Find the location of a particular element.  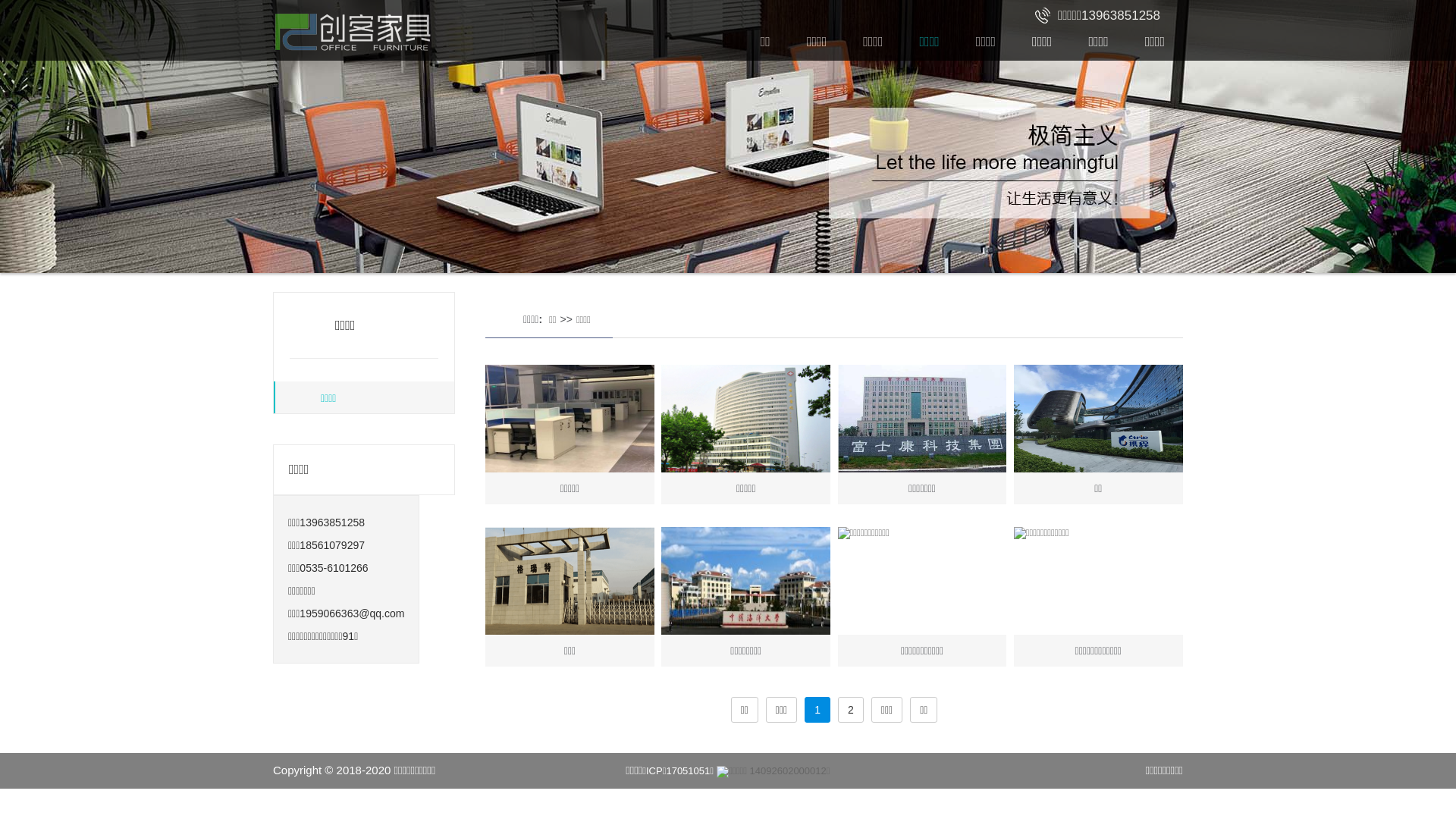

'2' is located at coordinates (836, 710).